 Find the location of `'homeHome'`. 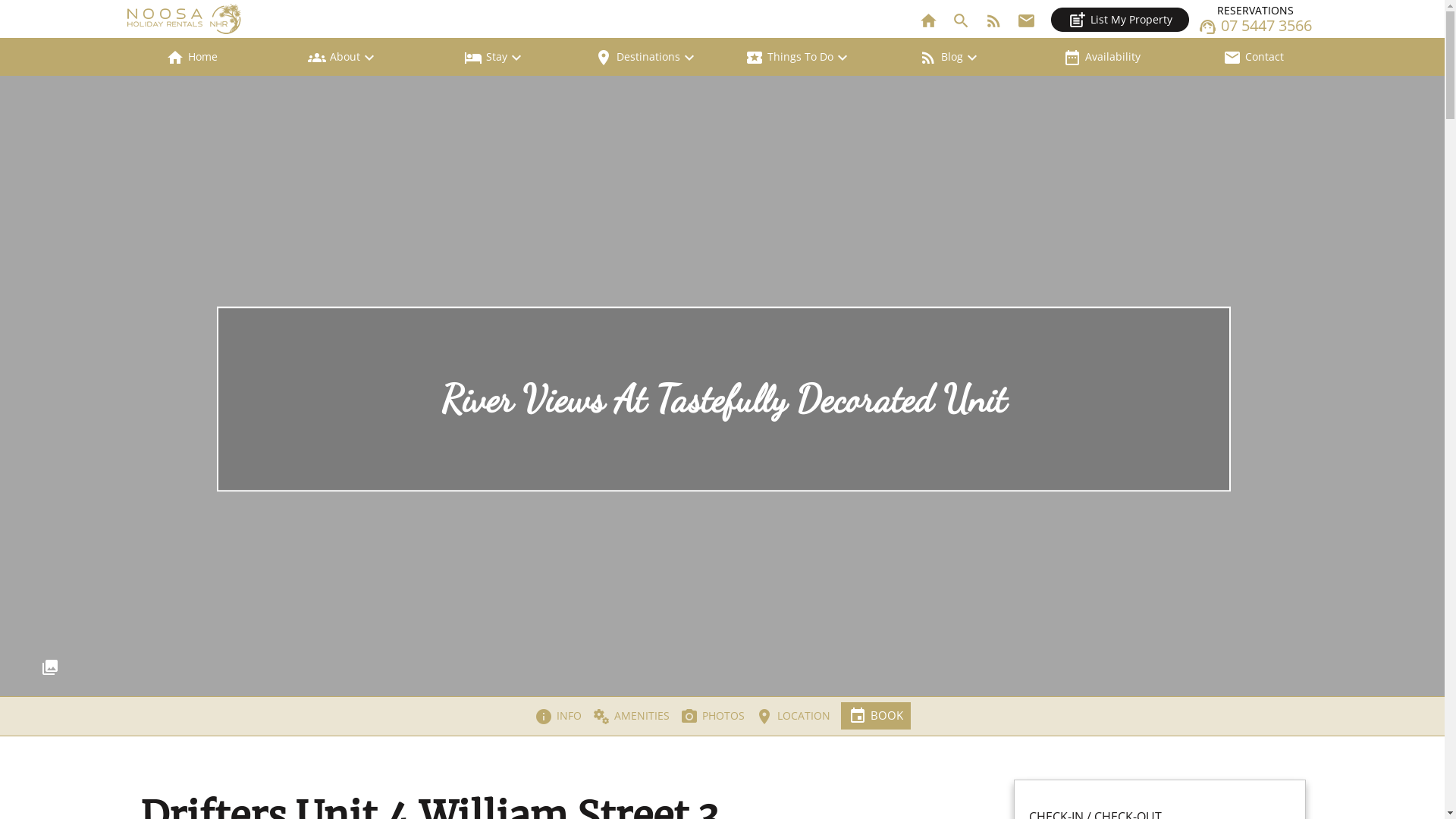

'homeHome' is located at coordinates (115, 55).